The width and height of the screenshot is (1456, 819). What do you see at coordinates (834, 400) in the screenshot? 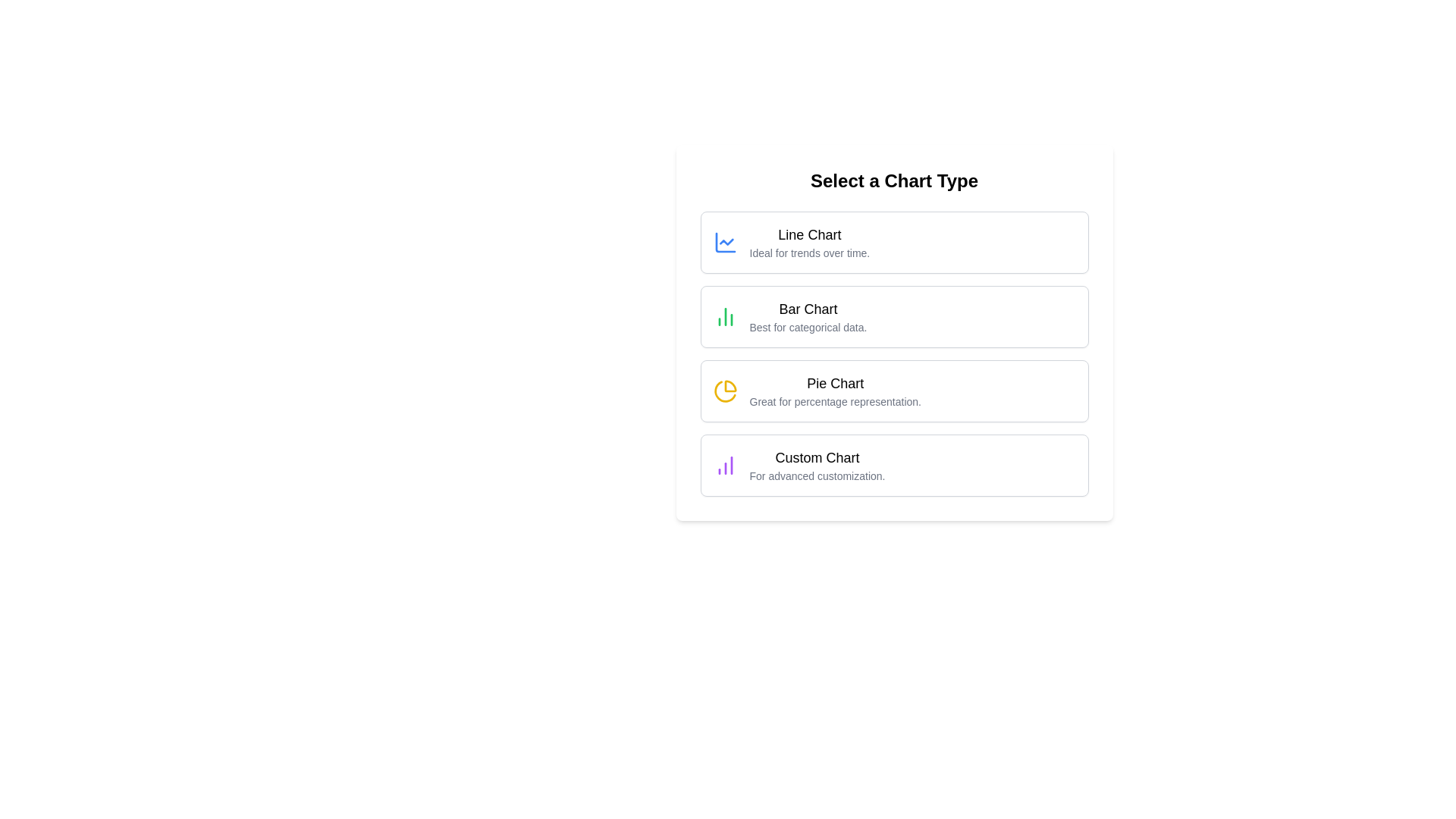
I see `descriptive text located below the 'Pie Chart' label within the third option of the 'Select a Chart Type' section` at bounding box center [834, 400].